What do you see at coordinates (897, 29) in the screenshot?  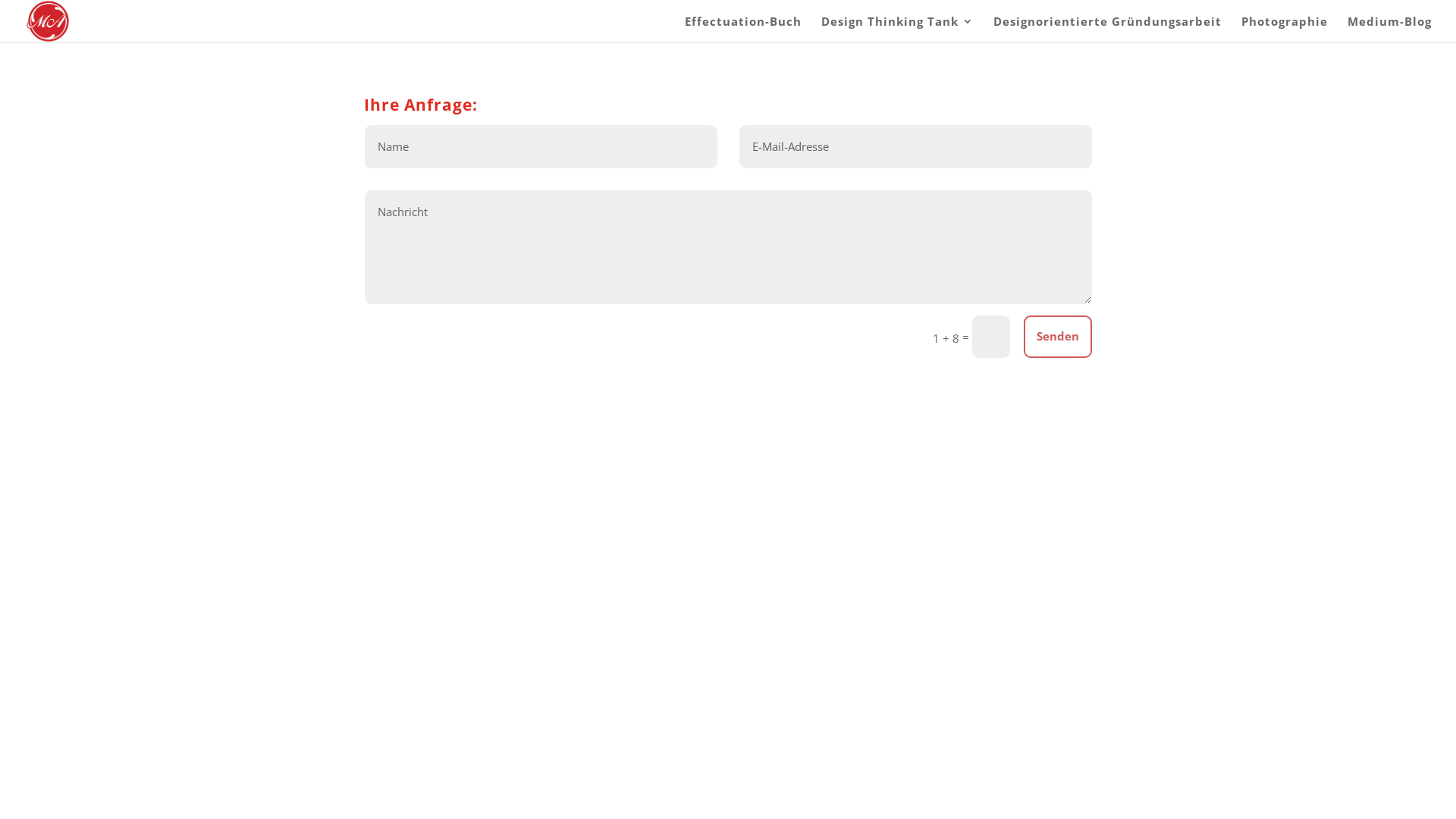 I see `'Design Thinking Tank'` at bounding box center [897, 29].